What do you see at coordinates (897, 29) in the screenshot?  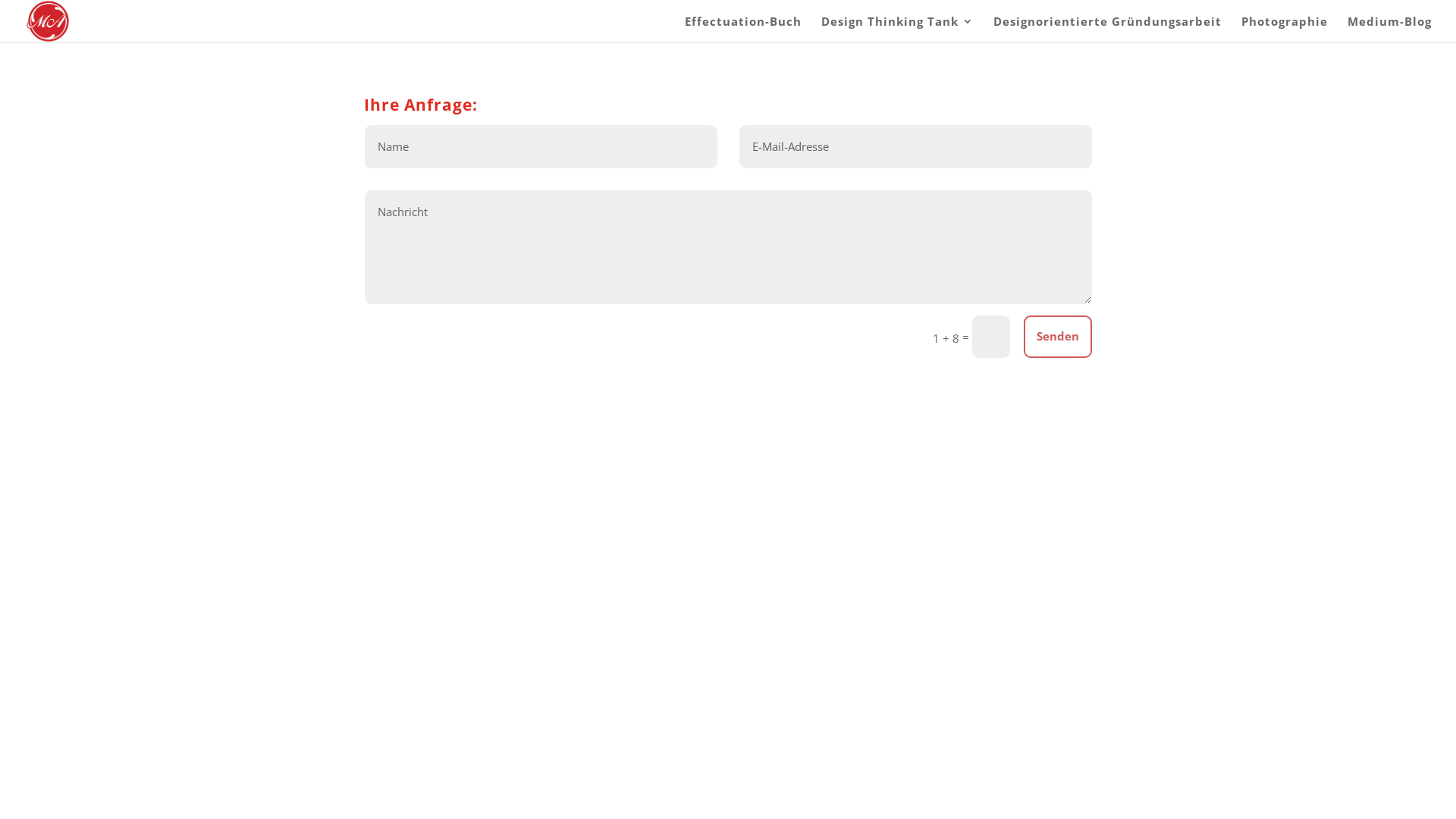 I see `'Design Thinking Tank'` at bounding box center [897, 29].